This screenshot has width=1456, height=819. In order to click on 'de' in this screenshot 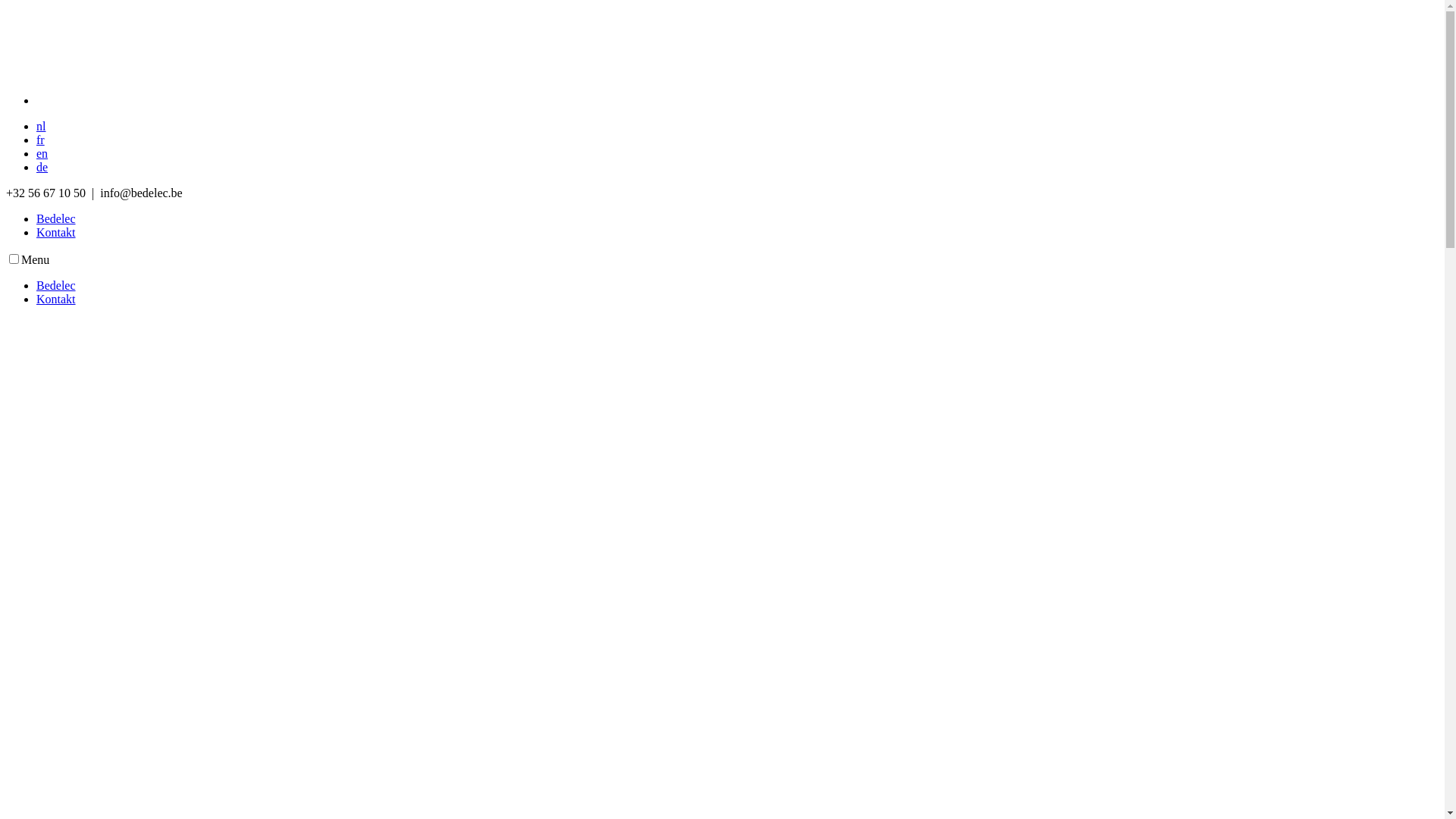, I will do `click(42, 167)`.